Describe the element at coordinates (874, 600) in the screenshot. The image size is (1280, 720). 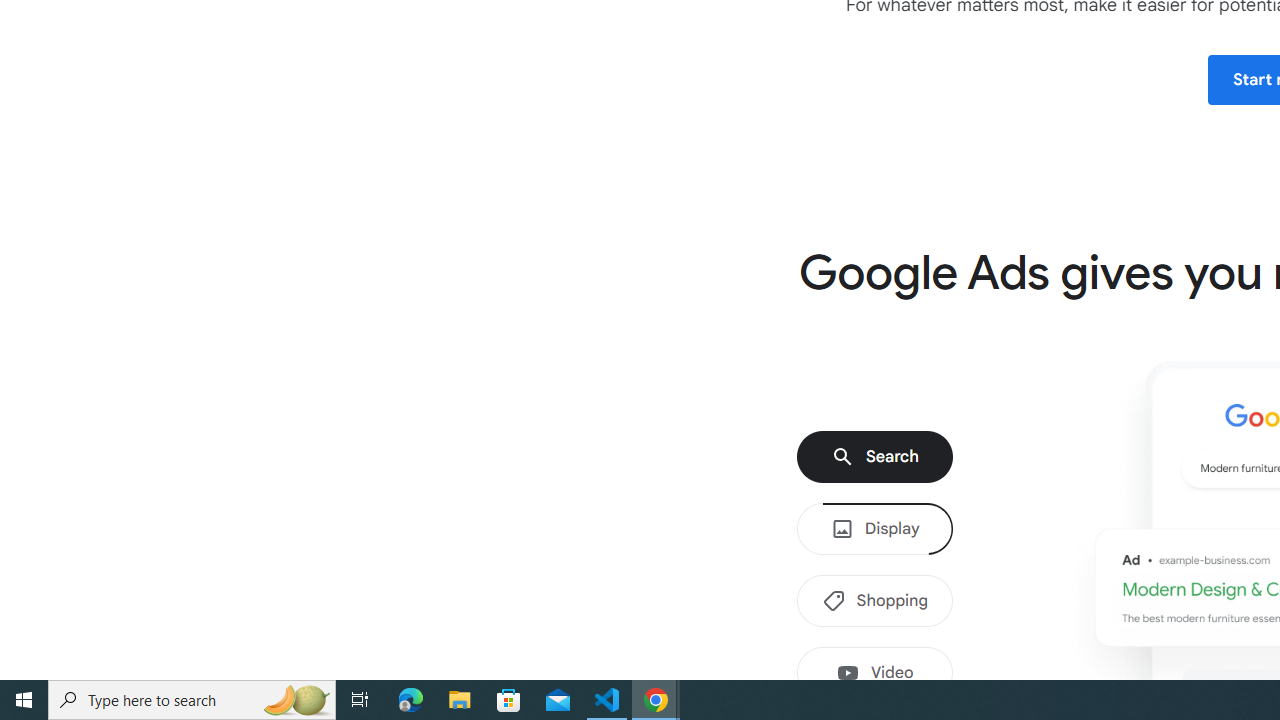
I see `'Shopping'` at that location.